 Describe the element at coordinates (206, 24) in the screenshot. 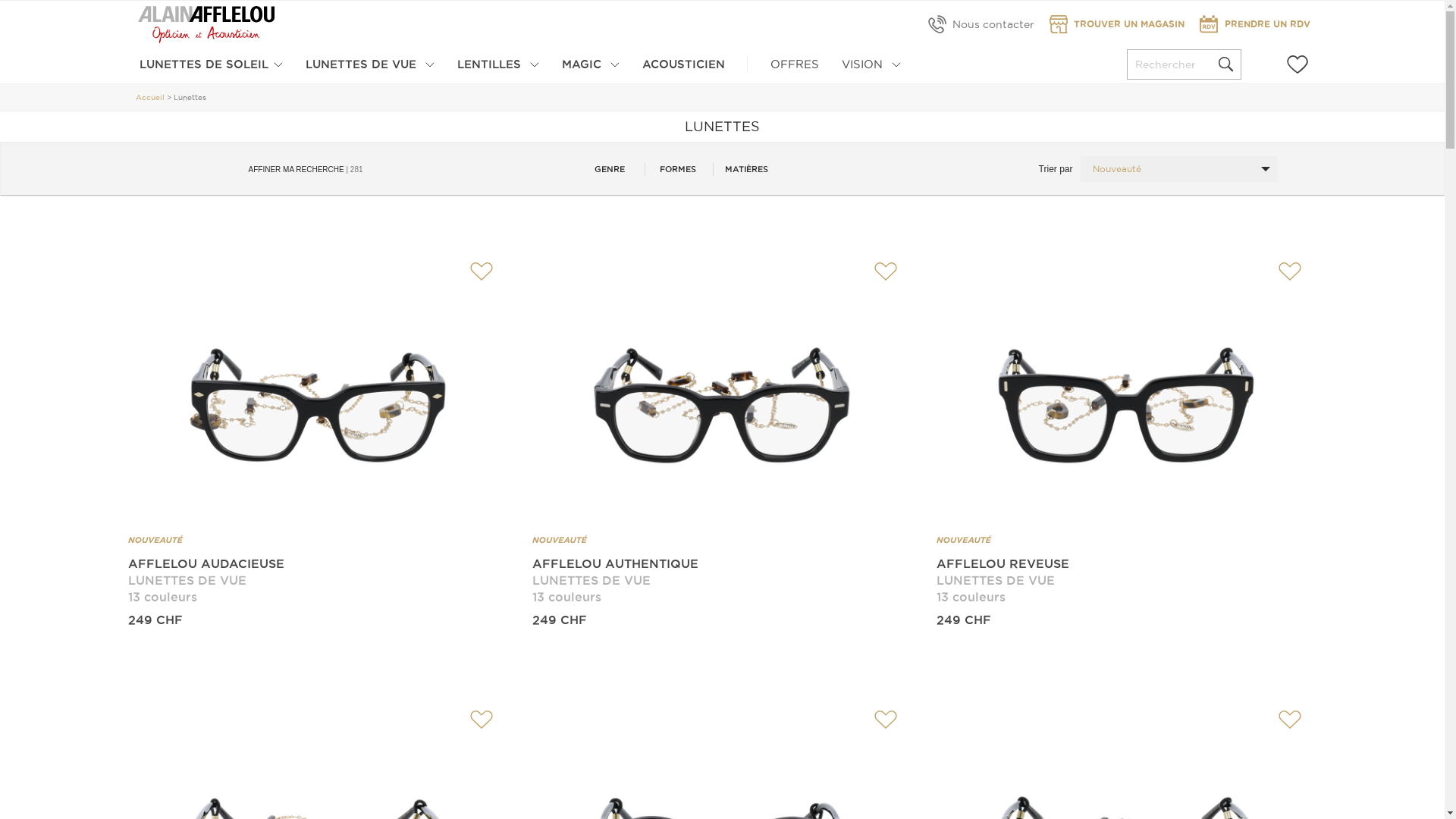

I see `'Afflelou'` at that location.